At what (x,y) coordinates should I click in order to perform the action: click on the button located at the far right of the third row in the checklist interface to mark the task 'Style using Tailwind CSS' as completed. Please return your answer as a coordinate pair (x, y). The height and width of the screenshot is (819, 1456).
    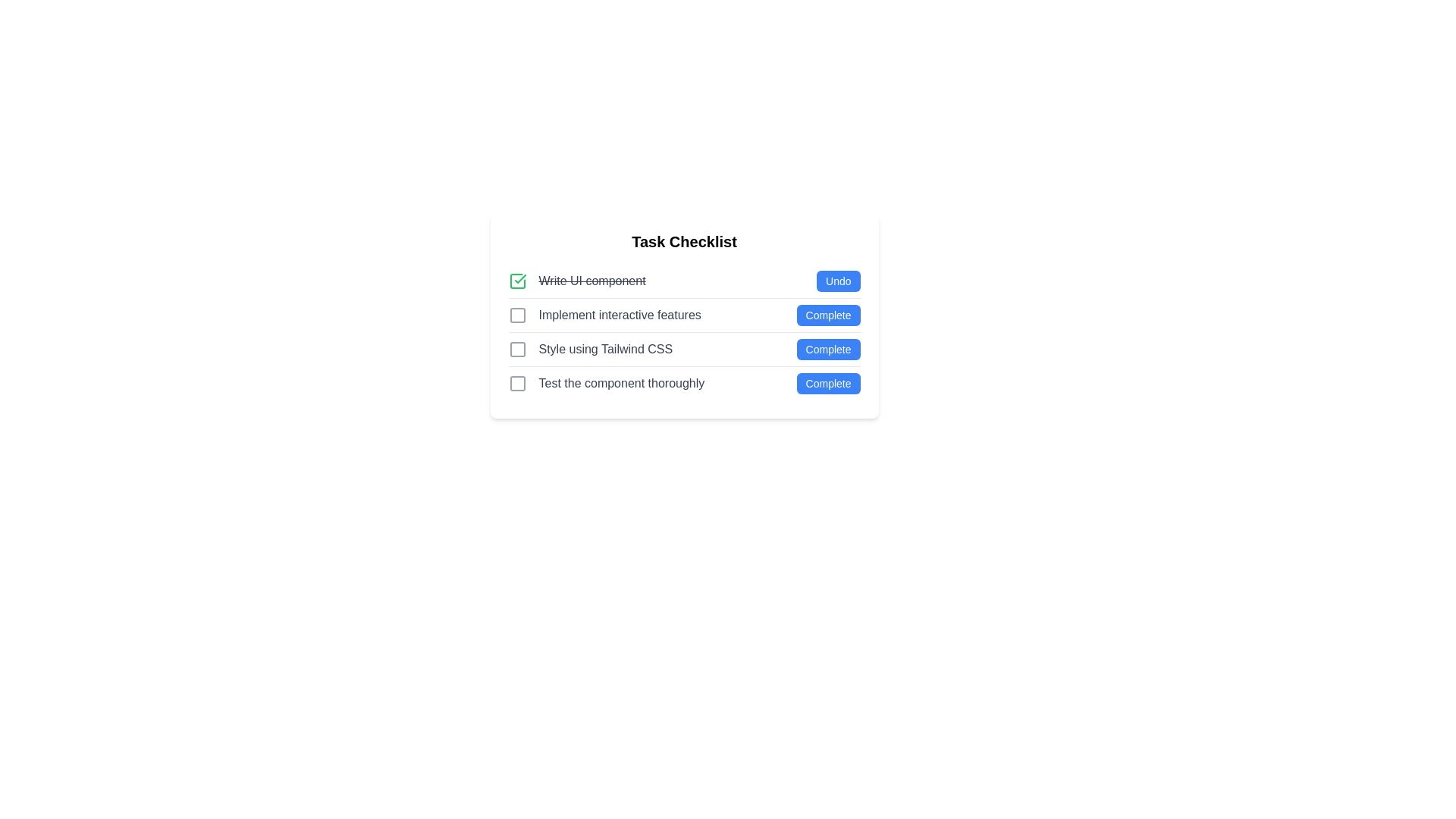
    Looking at the image, I should click on (827, 350).